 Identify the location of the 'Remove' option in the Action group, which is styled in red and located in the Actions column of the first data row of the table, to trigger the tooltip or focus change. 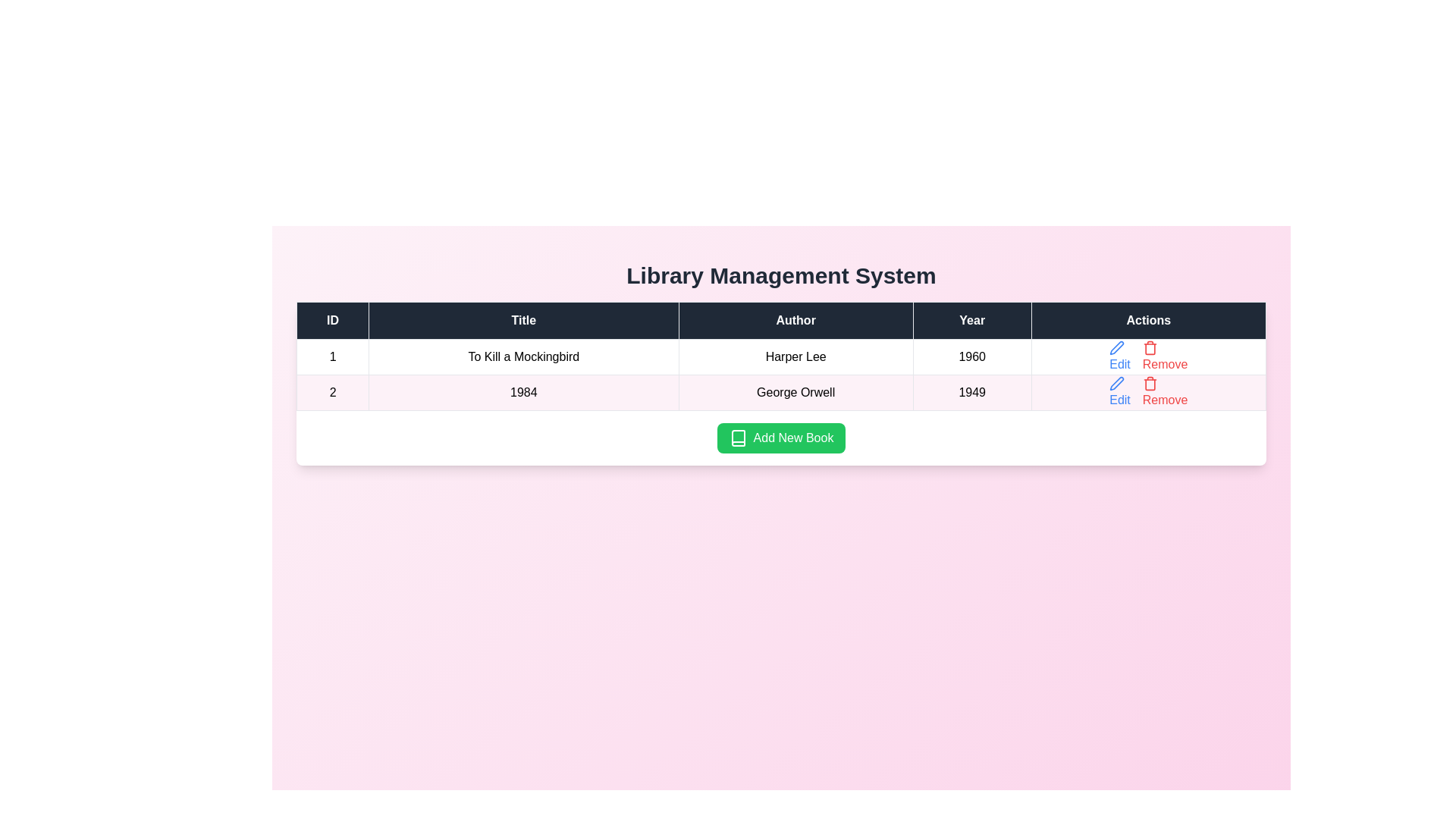
(1148, 356).